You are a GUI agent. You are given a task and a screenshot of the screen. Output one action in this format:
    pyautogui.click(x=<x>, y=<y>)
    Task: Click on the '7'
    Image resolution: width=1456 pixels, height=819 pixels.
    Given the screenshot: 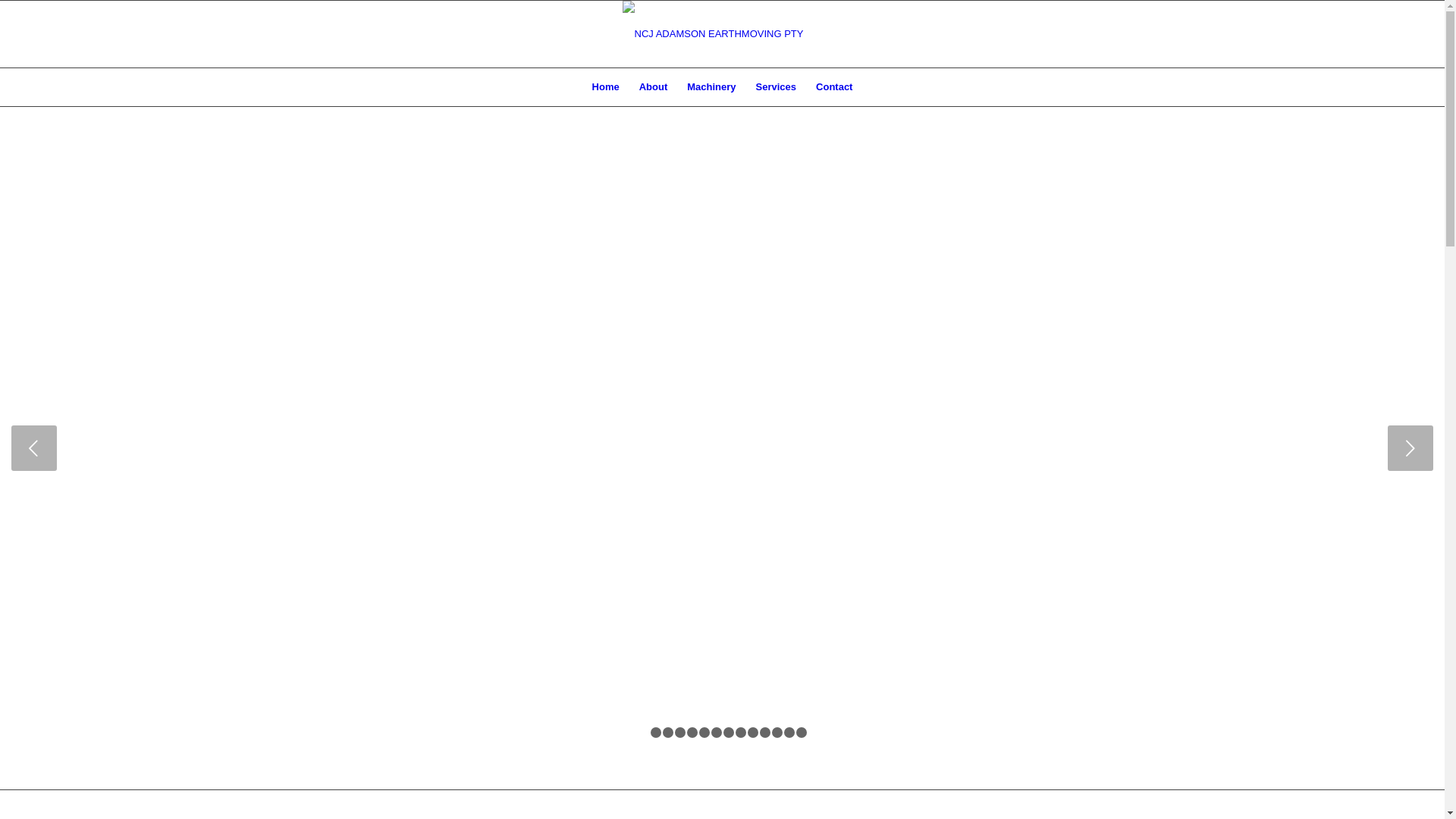 What is the action you would take?
    pyautogui.click(x=710, y=731)
    